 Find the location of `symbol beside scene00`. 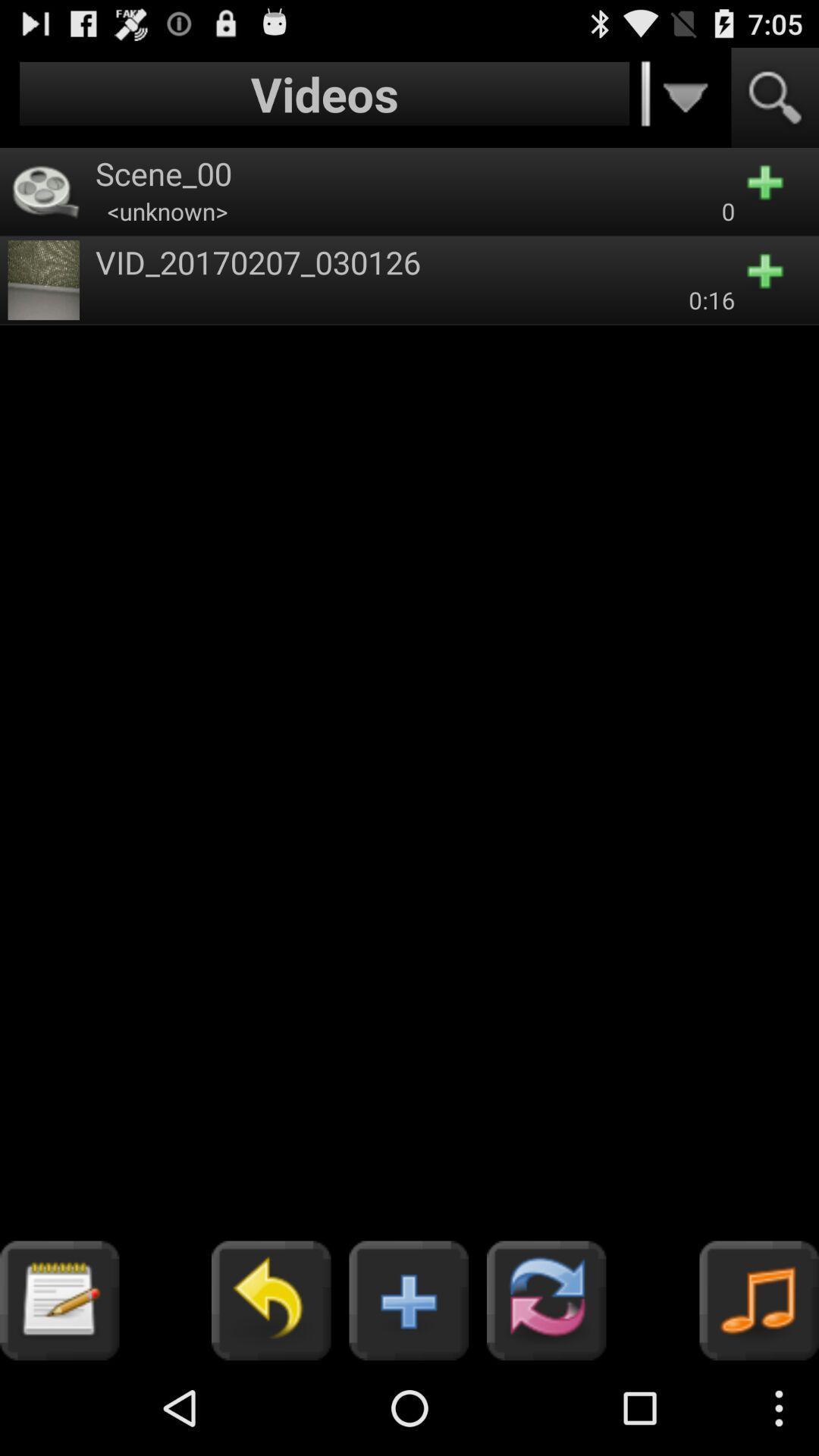

symbol beside scene00 is located at coordinates (42, 190).